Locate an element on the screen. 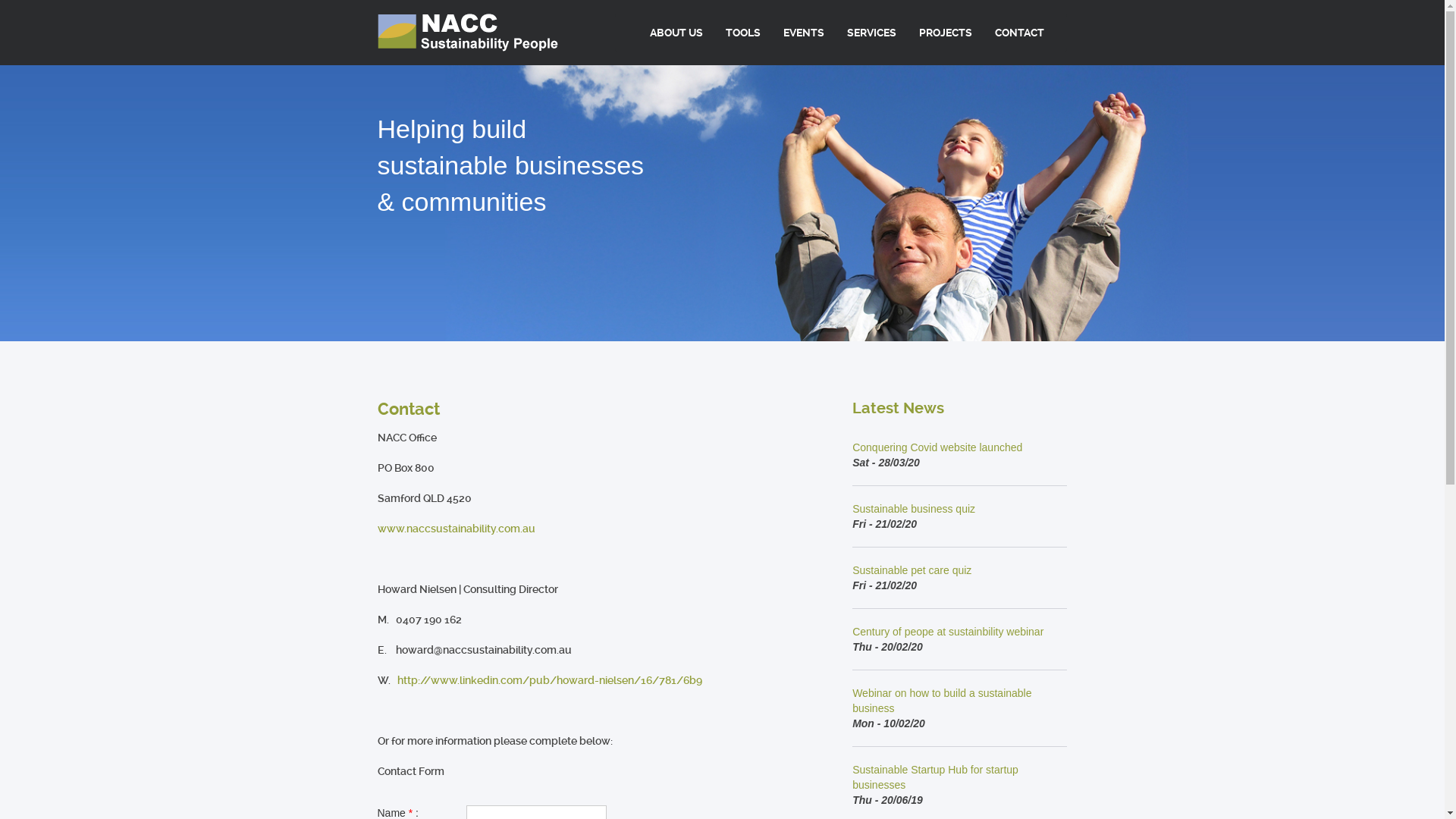  'EVENTS' is located at coordinates (771, 32).